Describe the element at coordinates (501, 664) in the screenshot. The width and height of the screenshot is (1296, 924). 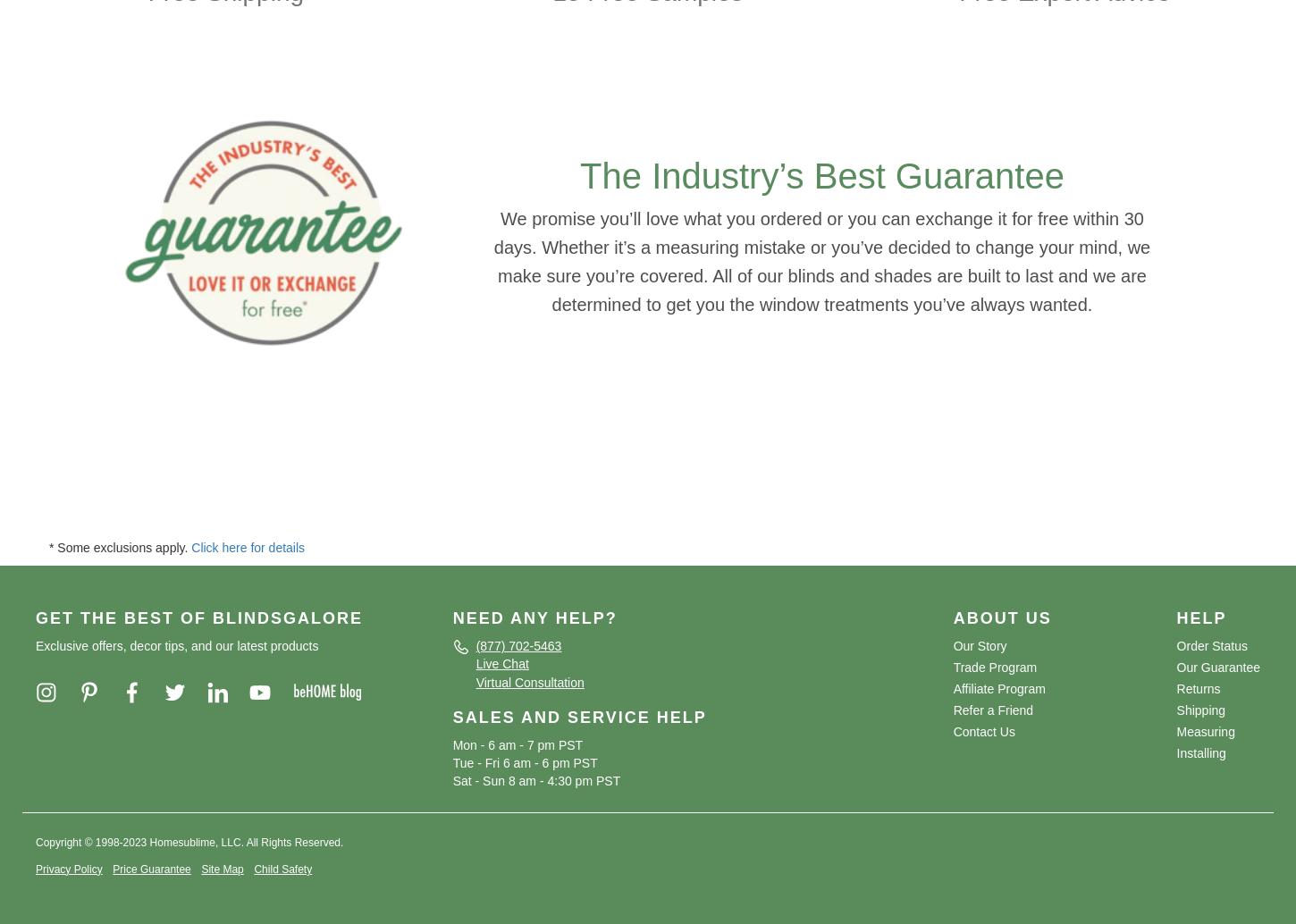
I see `'Live Chat'` at that location.